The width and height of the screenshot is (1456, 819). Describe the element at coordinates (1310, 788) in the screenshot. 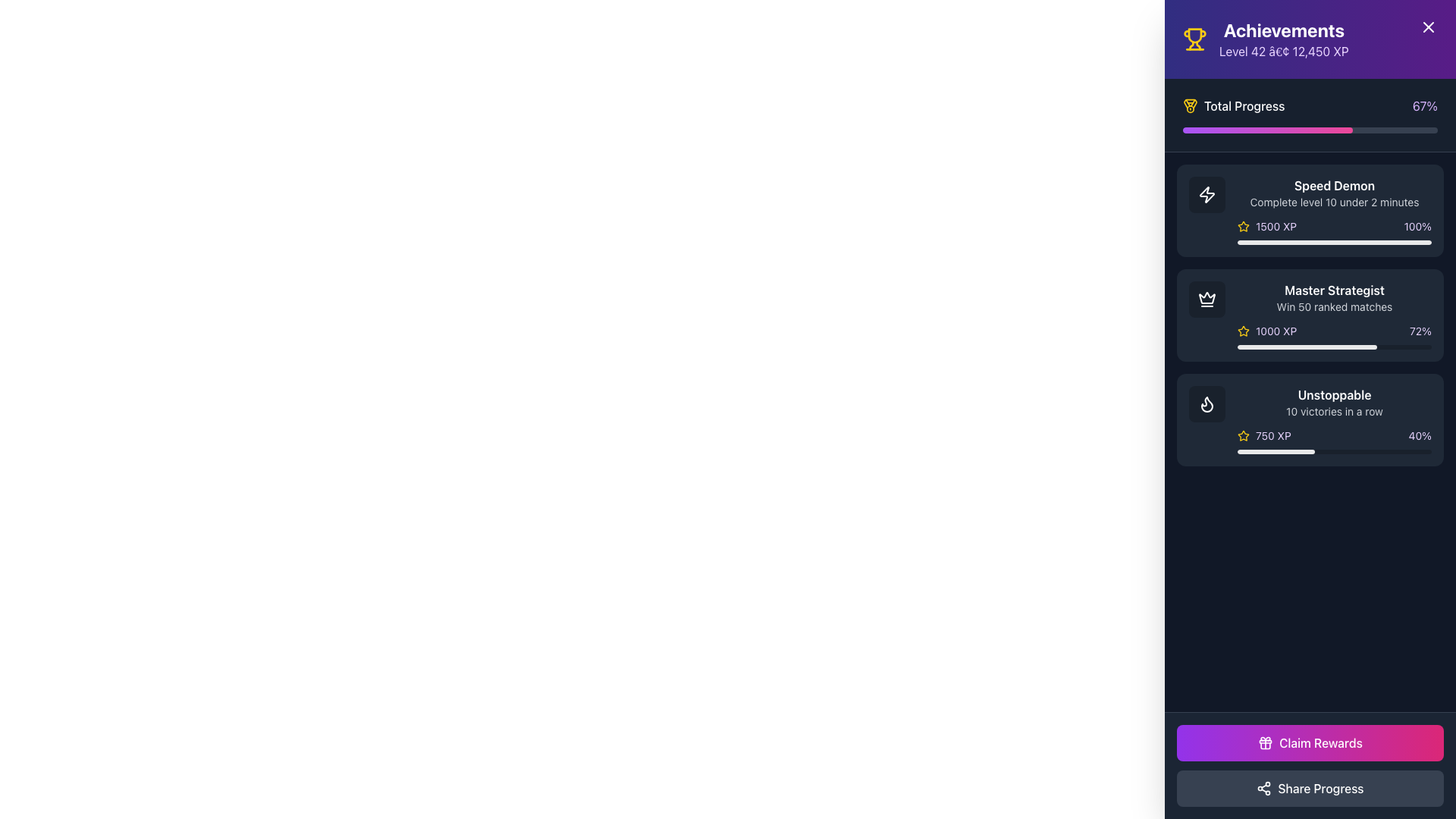

I see `the rectangular gray button with rounded corners labeled 'Share Progress'` at that location.